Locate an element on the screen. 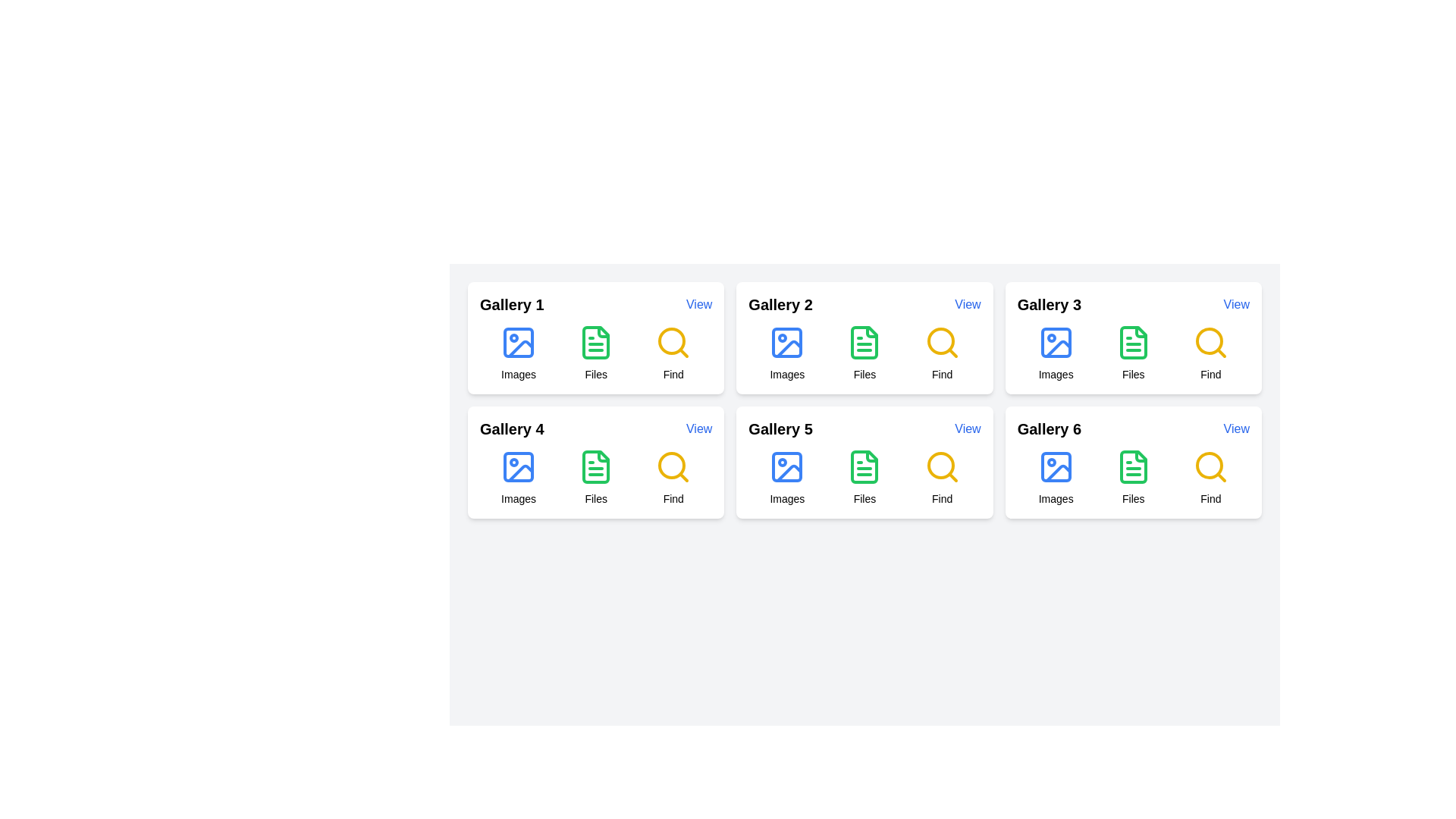  the navigational hyperlink located in the bottom-right corner of the 'Gallery 6' box is located at coordinates (1236, 429).